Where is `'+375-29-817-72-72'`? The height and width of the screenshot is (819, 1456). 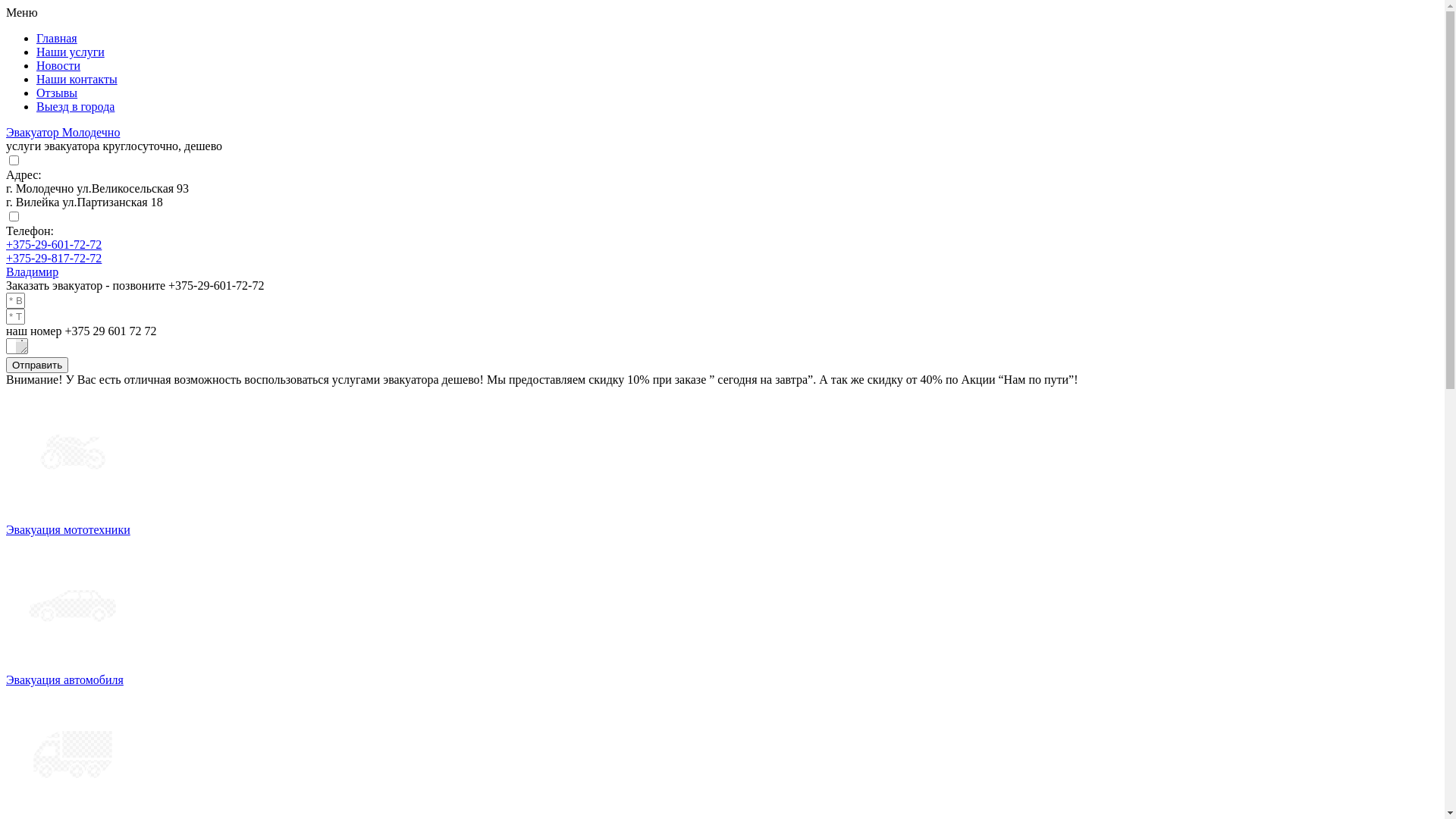
'+375-29-817-72-72' is located at coordinates (54, 257).